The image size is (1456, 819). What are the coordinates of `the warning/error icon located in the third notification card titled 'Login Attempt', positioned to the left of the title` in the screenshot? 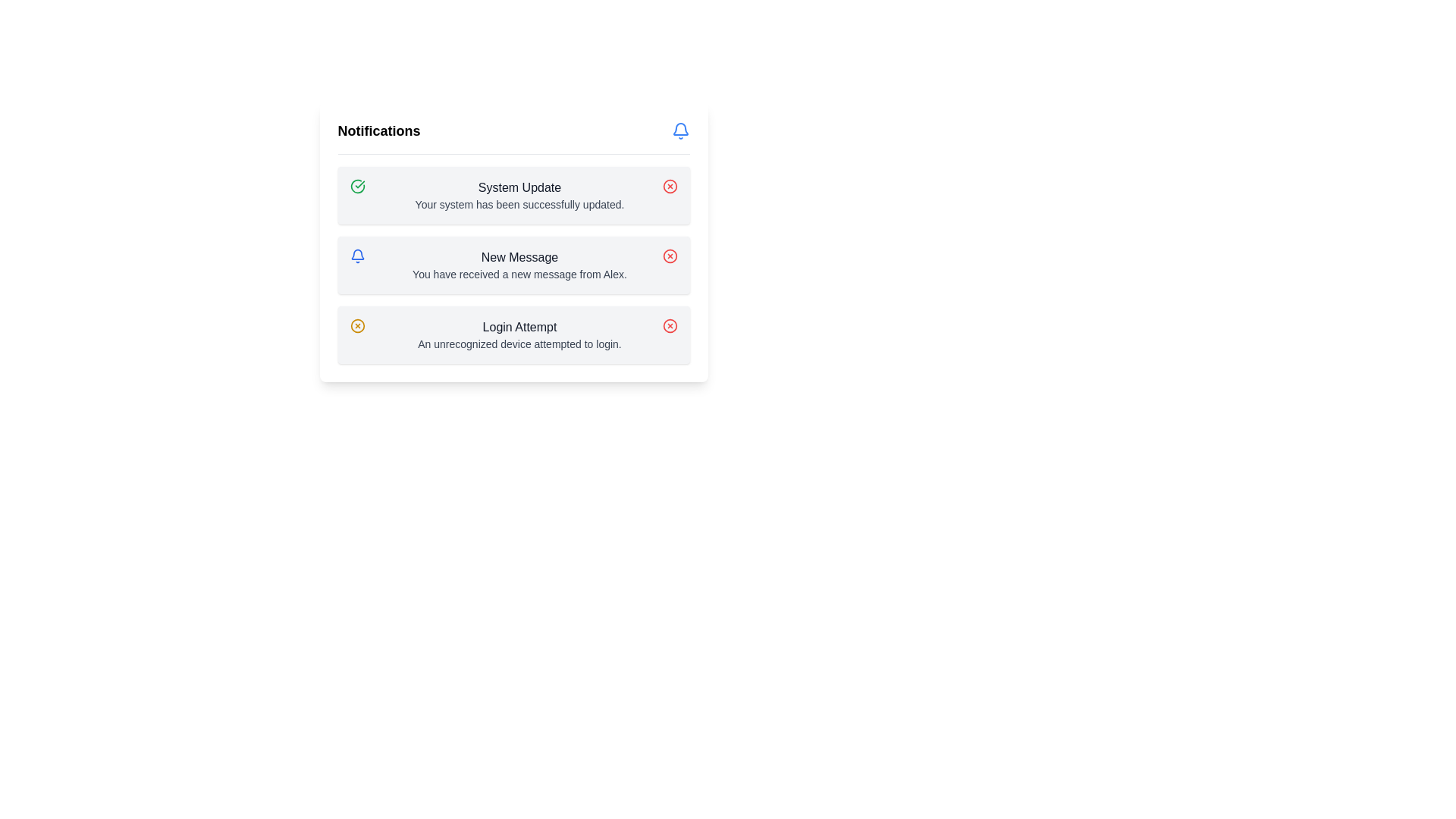 It's located at (356, 325).